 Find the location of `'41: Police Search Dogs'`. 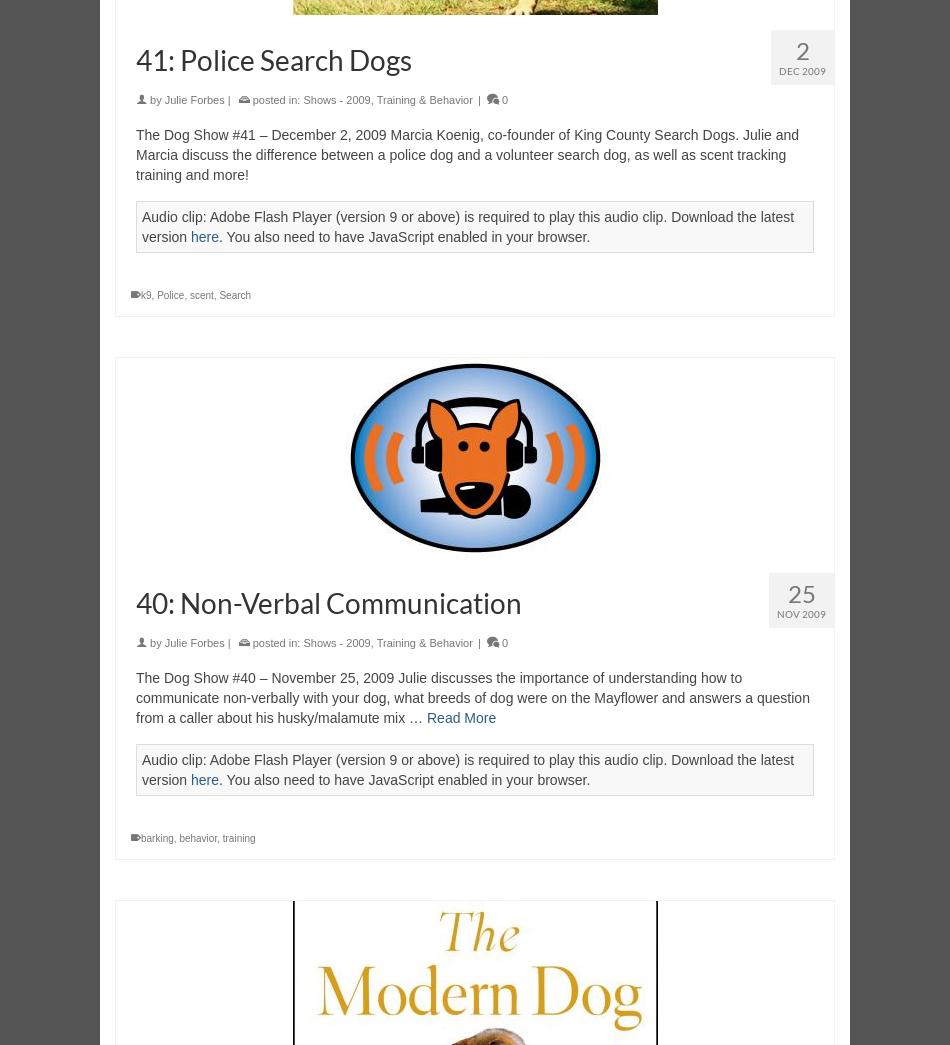

'41: Police Search Dogs' is located at coordinates (272, 59).